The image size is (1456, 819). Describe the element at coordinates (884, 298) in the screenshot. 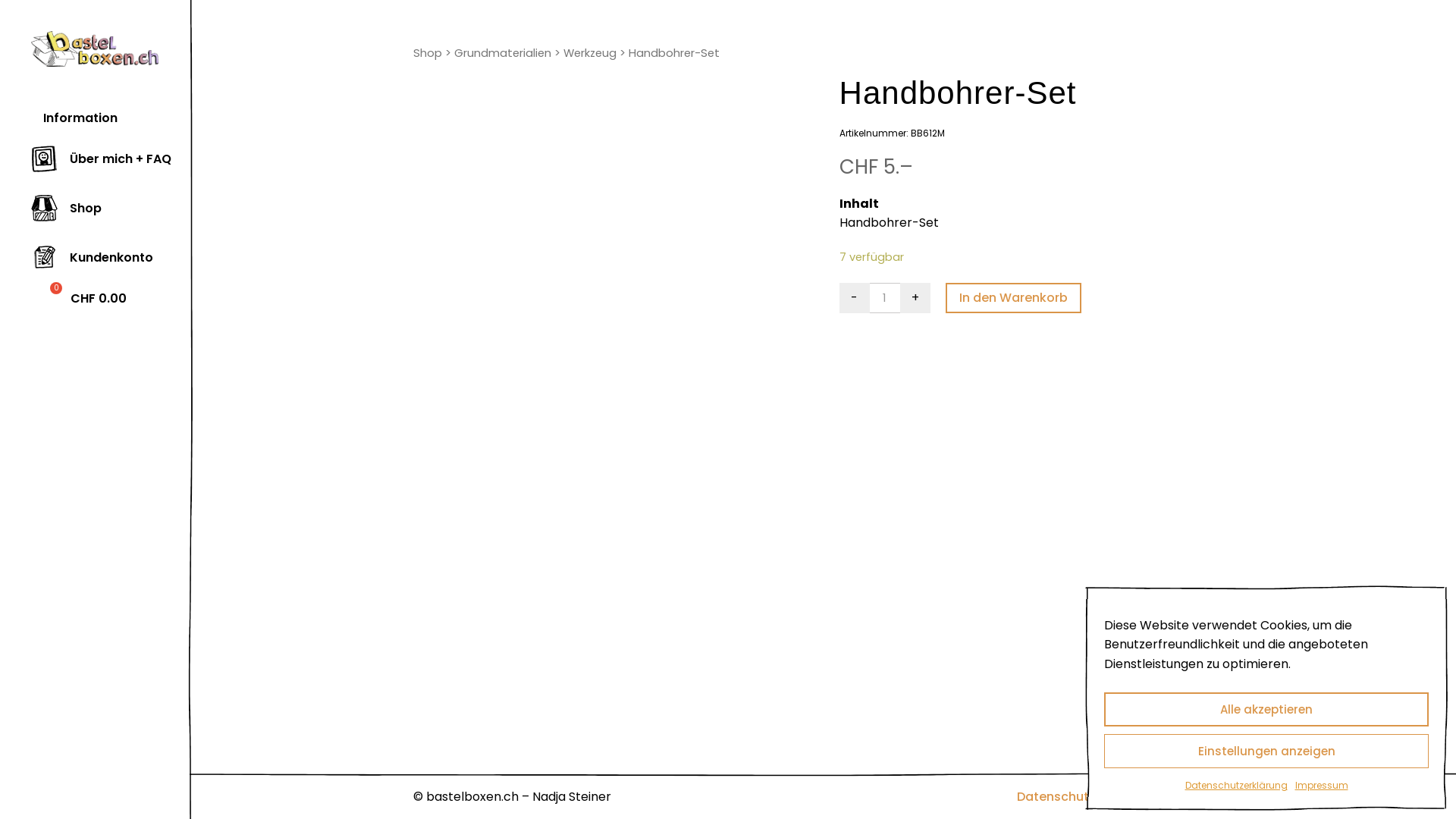

I see `'Qty'` at that location.